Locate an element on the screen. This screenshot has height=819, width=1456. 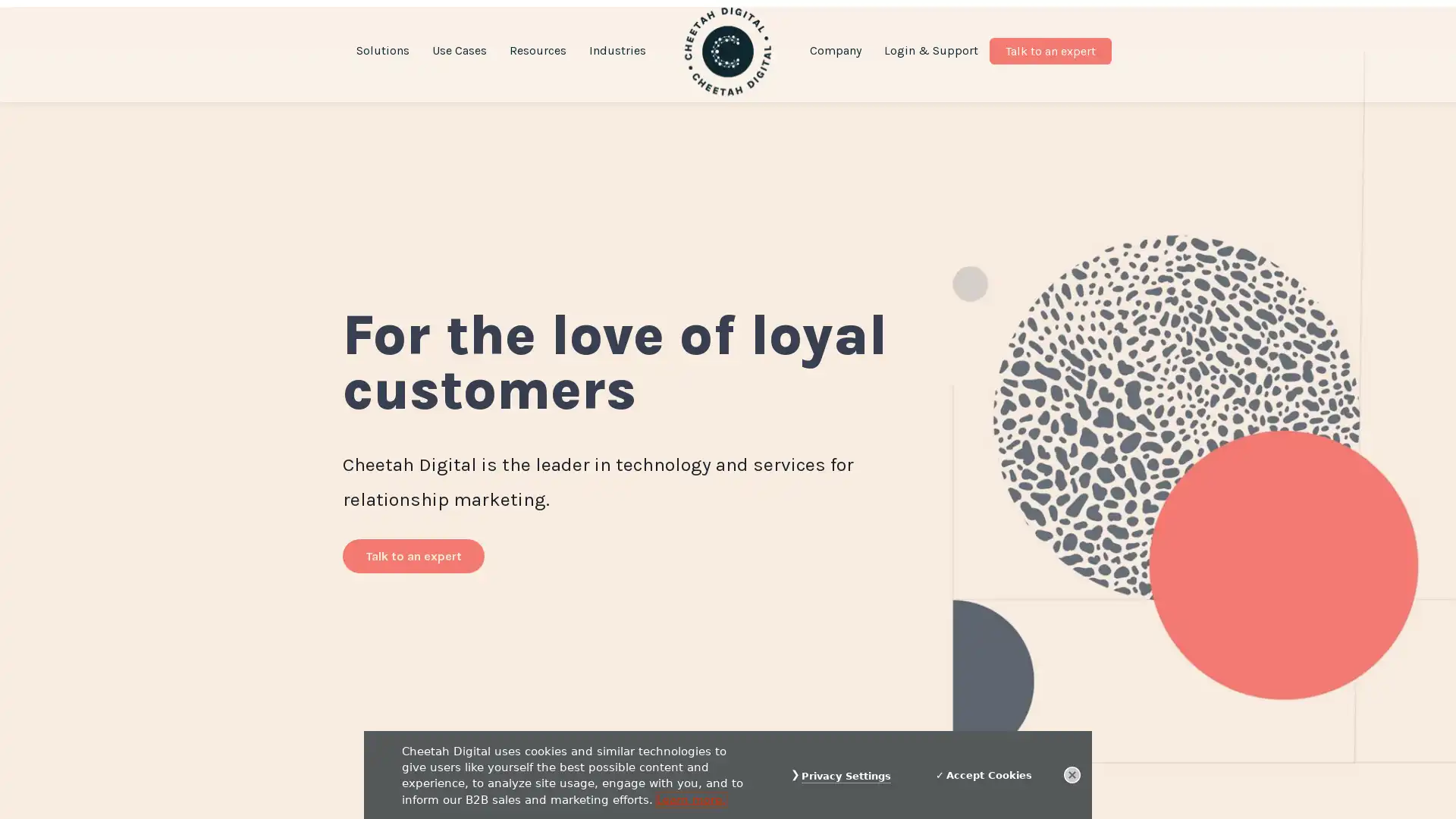
Close is located at coordinates (1072, 774).